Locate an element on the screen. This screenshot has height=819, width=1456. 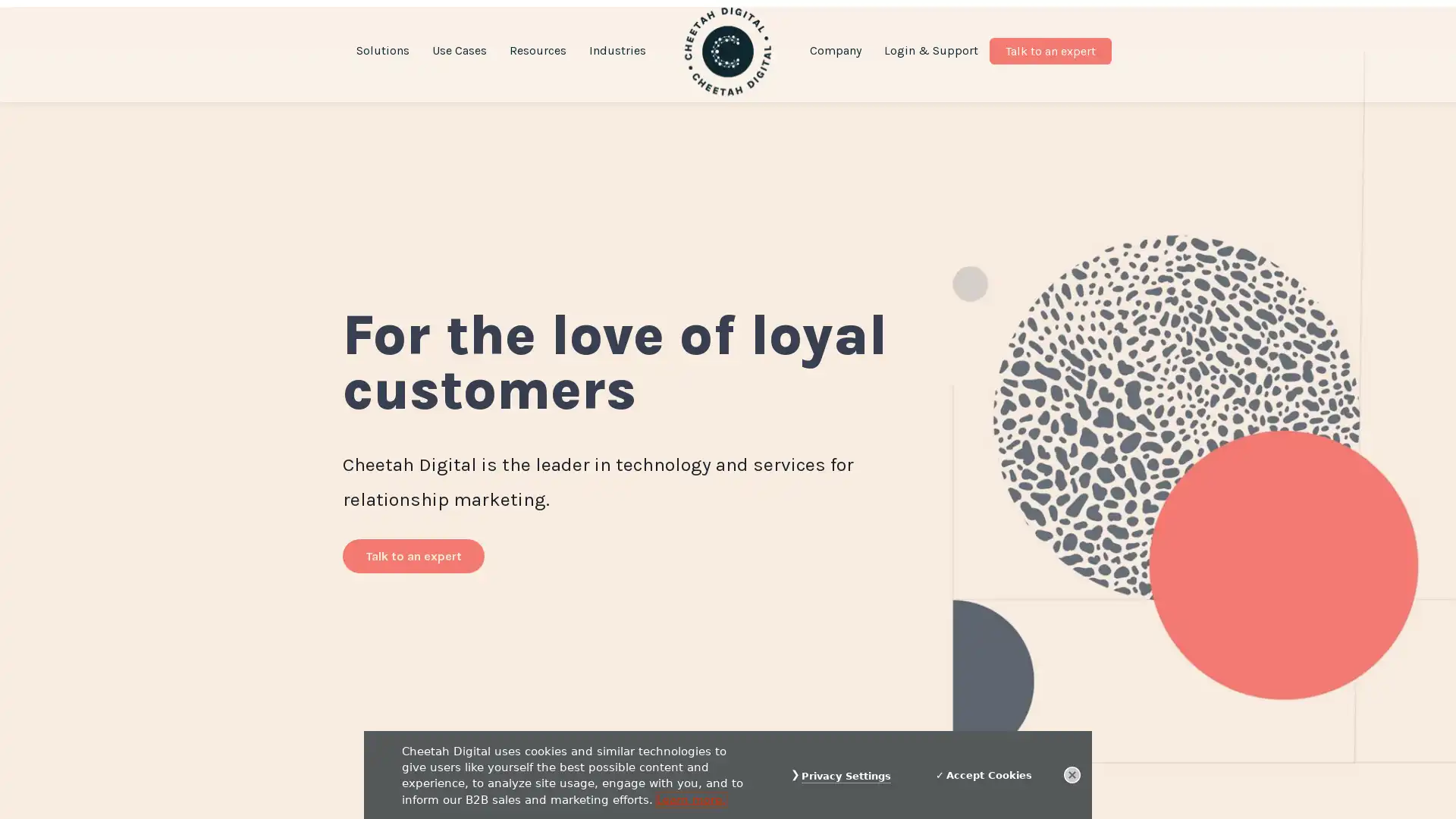
Close is located at coordinates (1072, 774).